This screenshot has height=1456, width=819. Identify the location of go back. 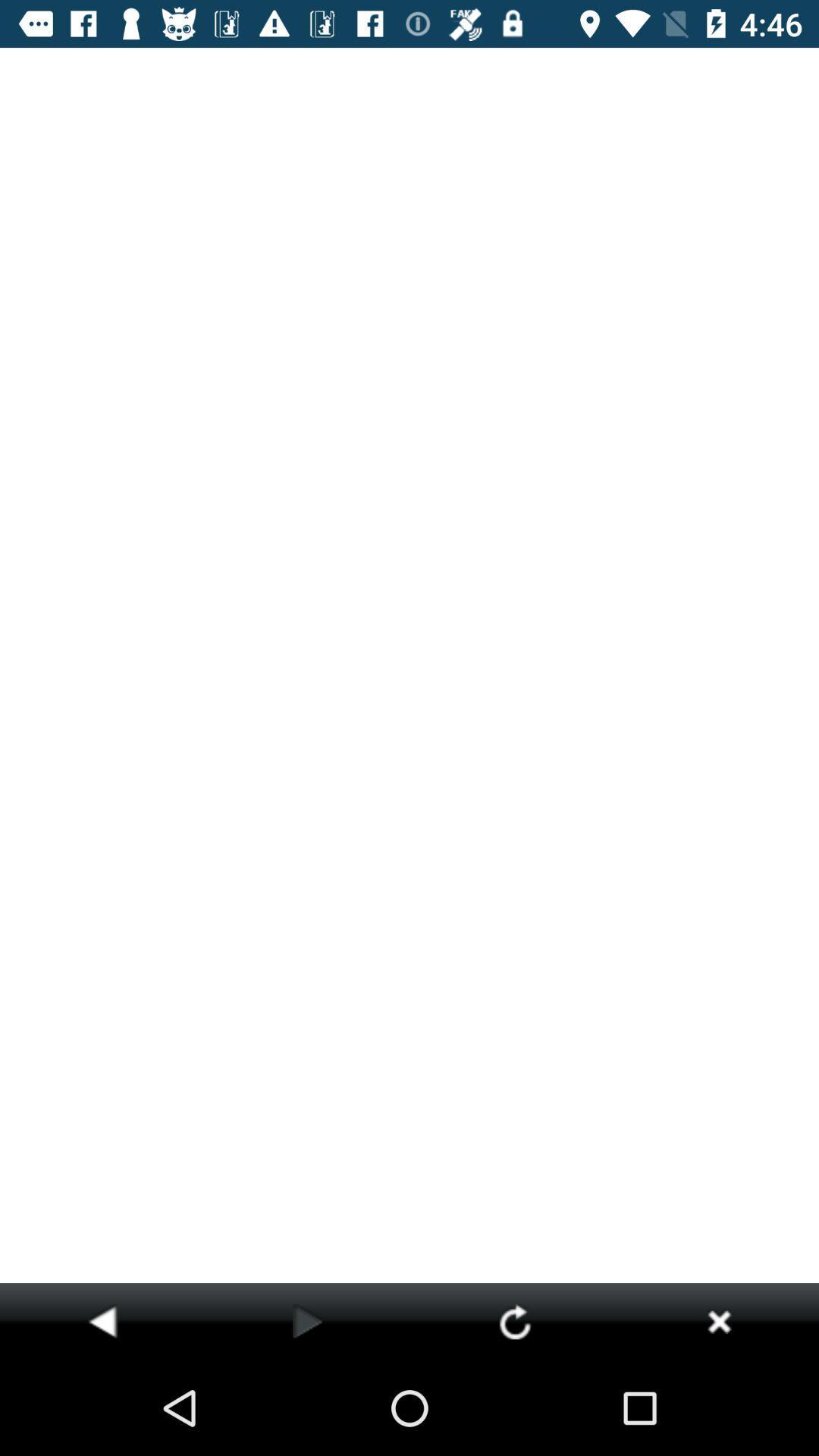
(102, 1320).